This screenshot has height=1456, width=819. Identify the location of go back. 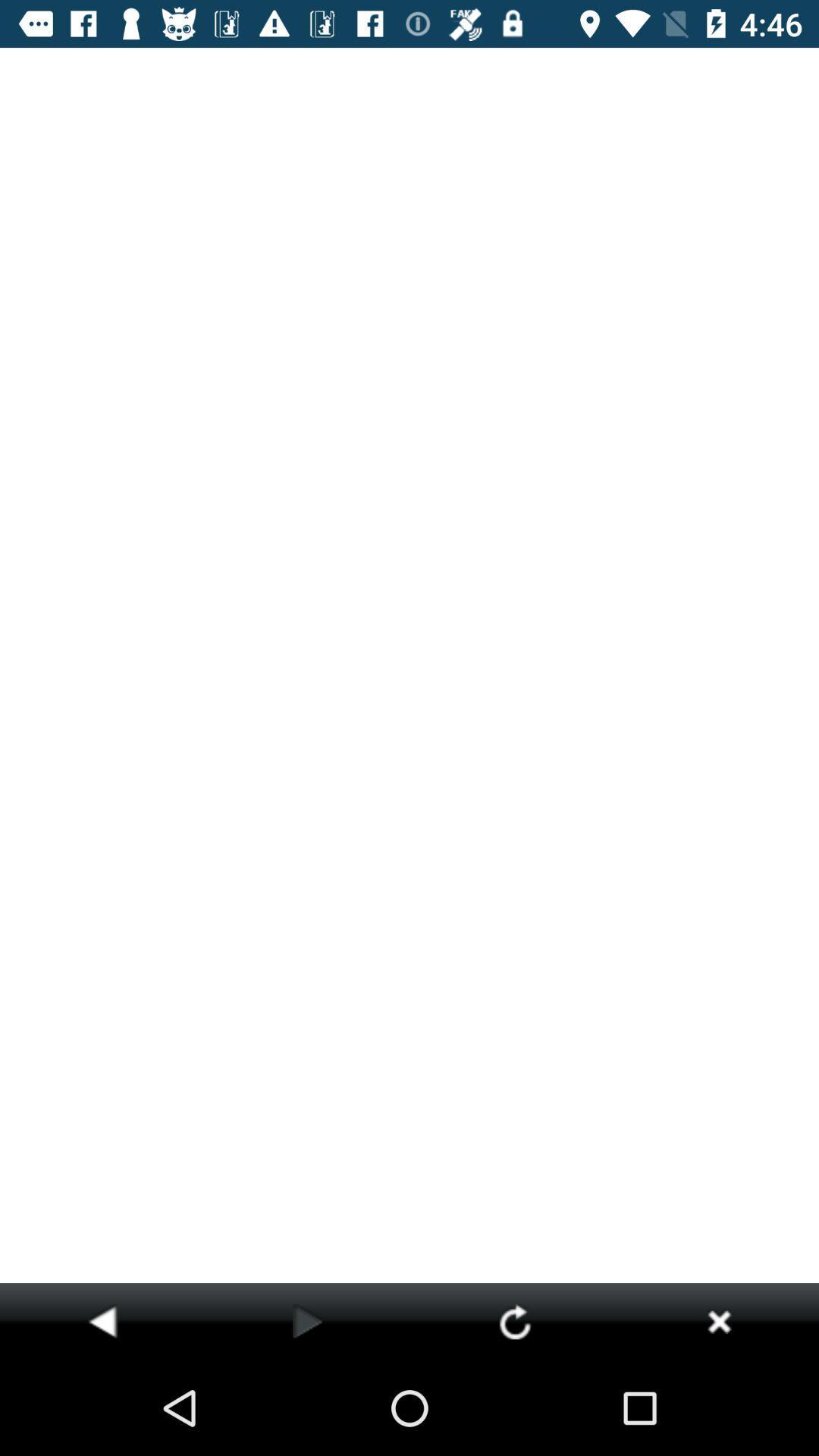
(102, 1320).